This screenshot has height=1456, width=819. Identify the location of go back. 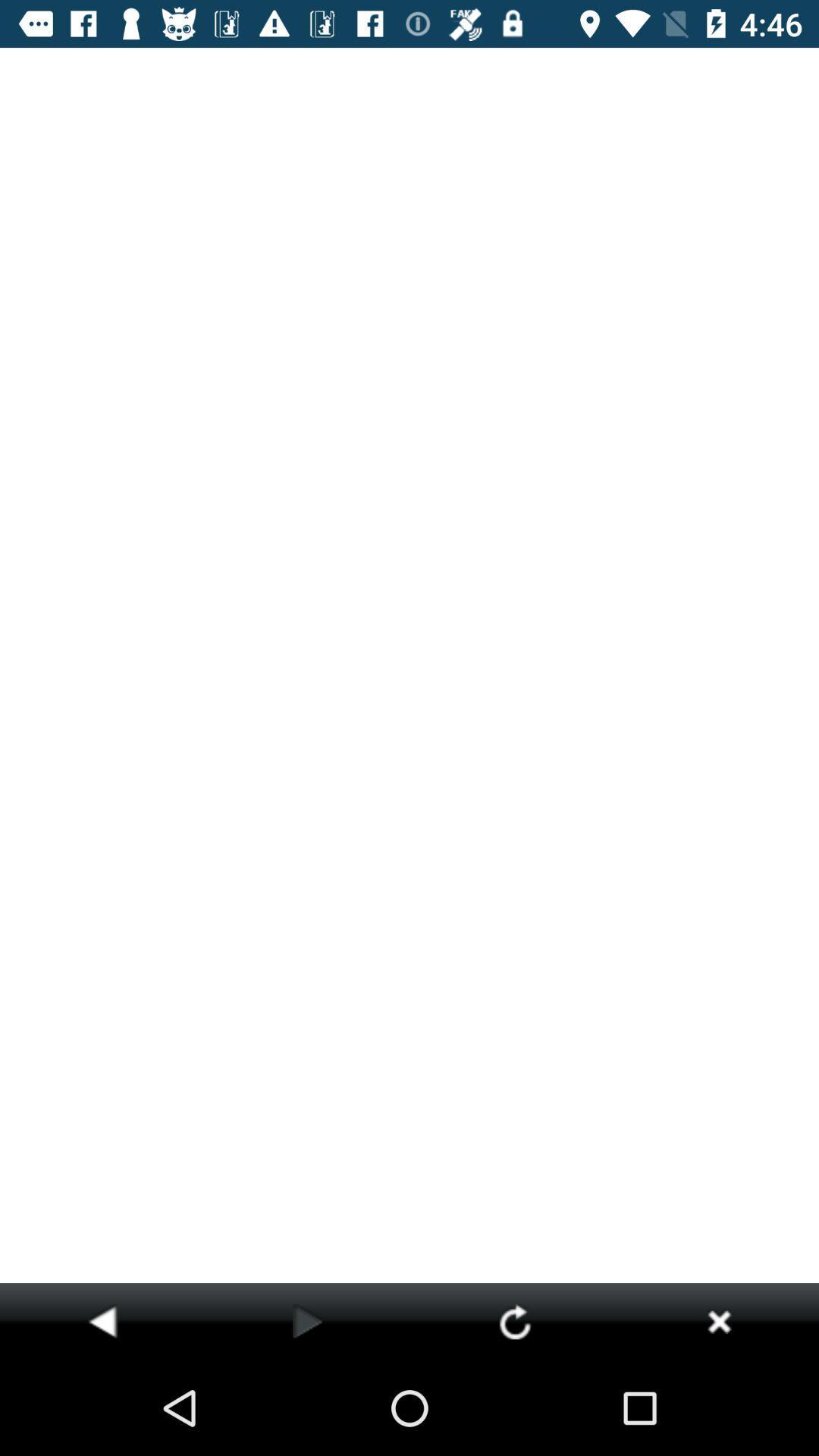
(102, 1320).